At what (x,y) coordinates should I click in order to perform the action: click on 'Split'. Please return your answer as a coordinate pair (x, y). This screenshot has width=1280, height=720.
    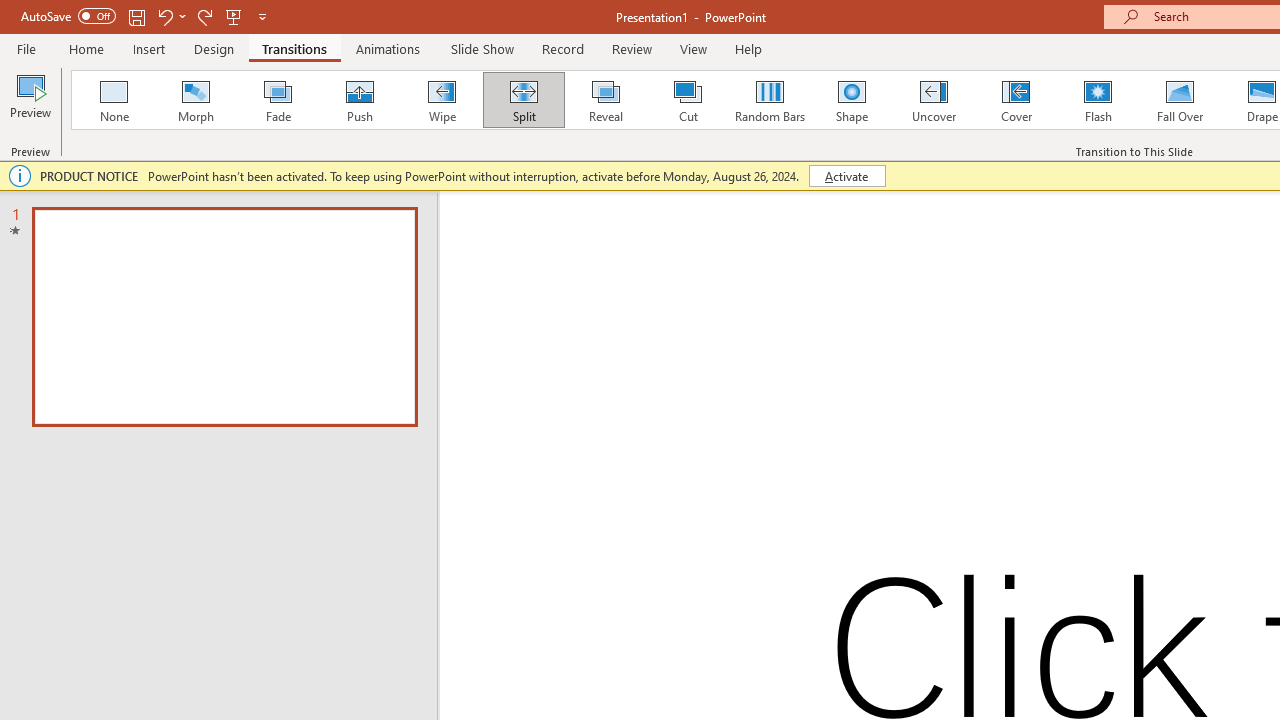
    Looking at the image, I should click on (523, 100).